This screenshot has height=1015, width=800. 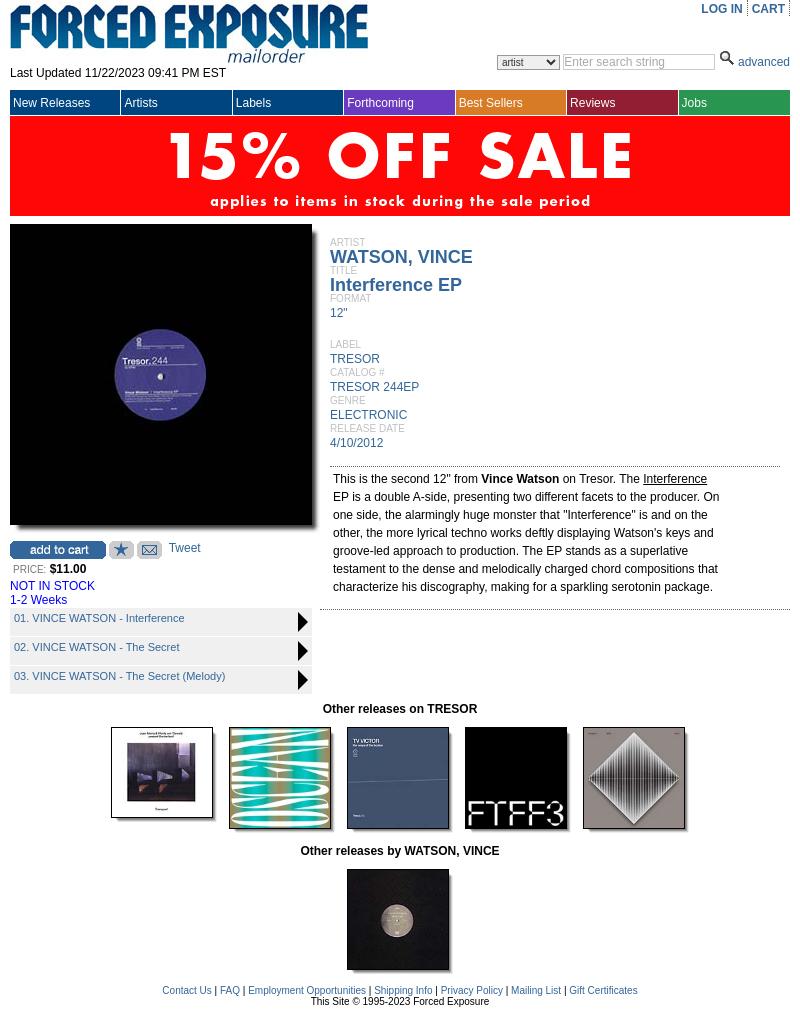 What do you see at coordinates (356, 442) in the screenshot?
I see `'4/10/2012'` at bounding box center [356, 442].